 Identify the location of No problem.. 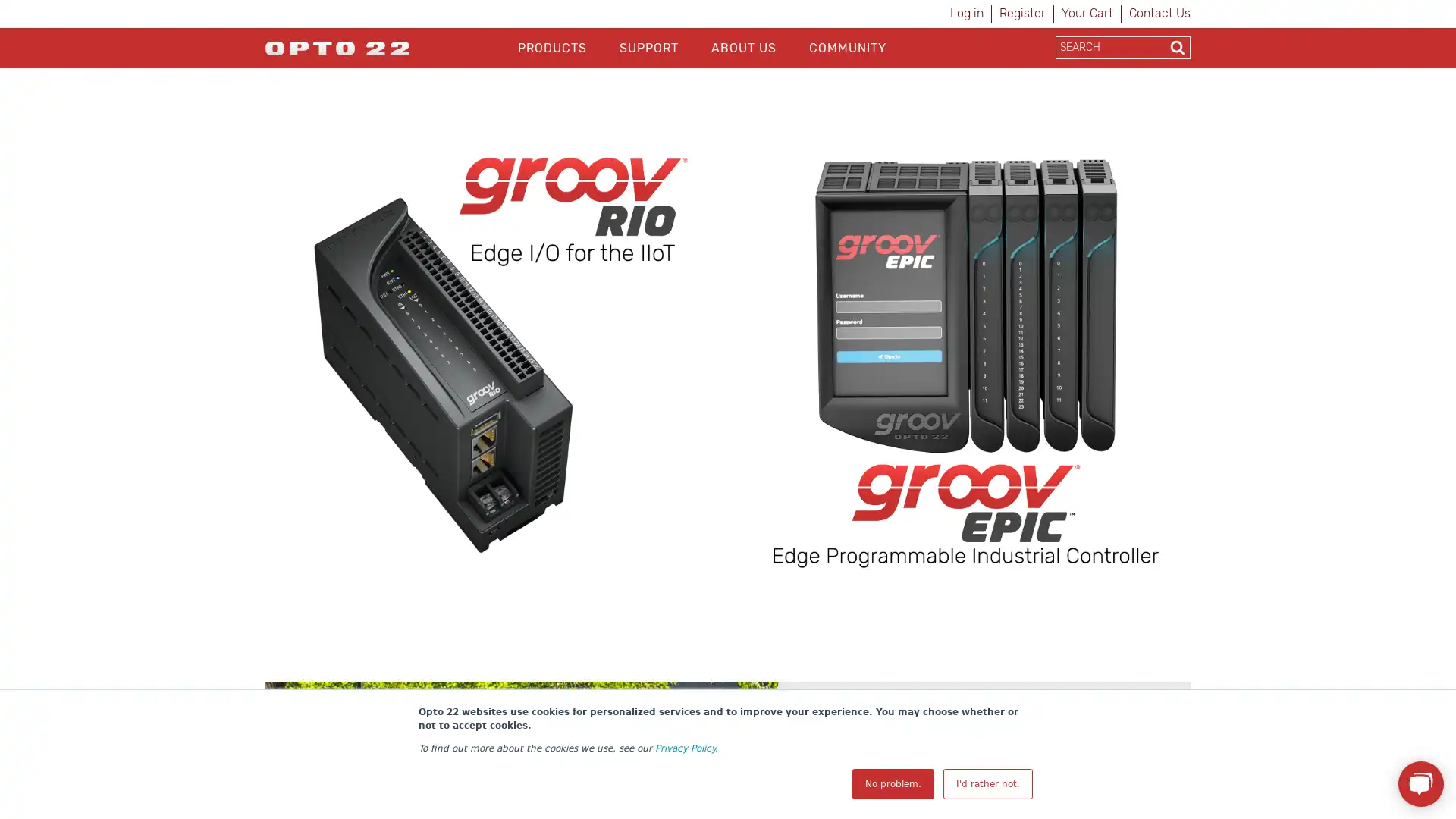
(893, 783).